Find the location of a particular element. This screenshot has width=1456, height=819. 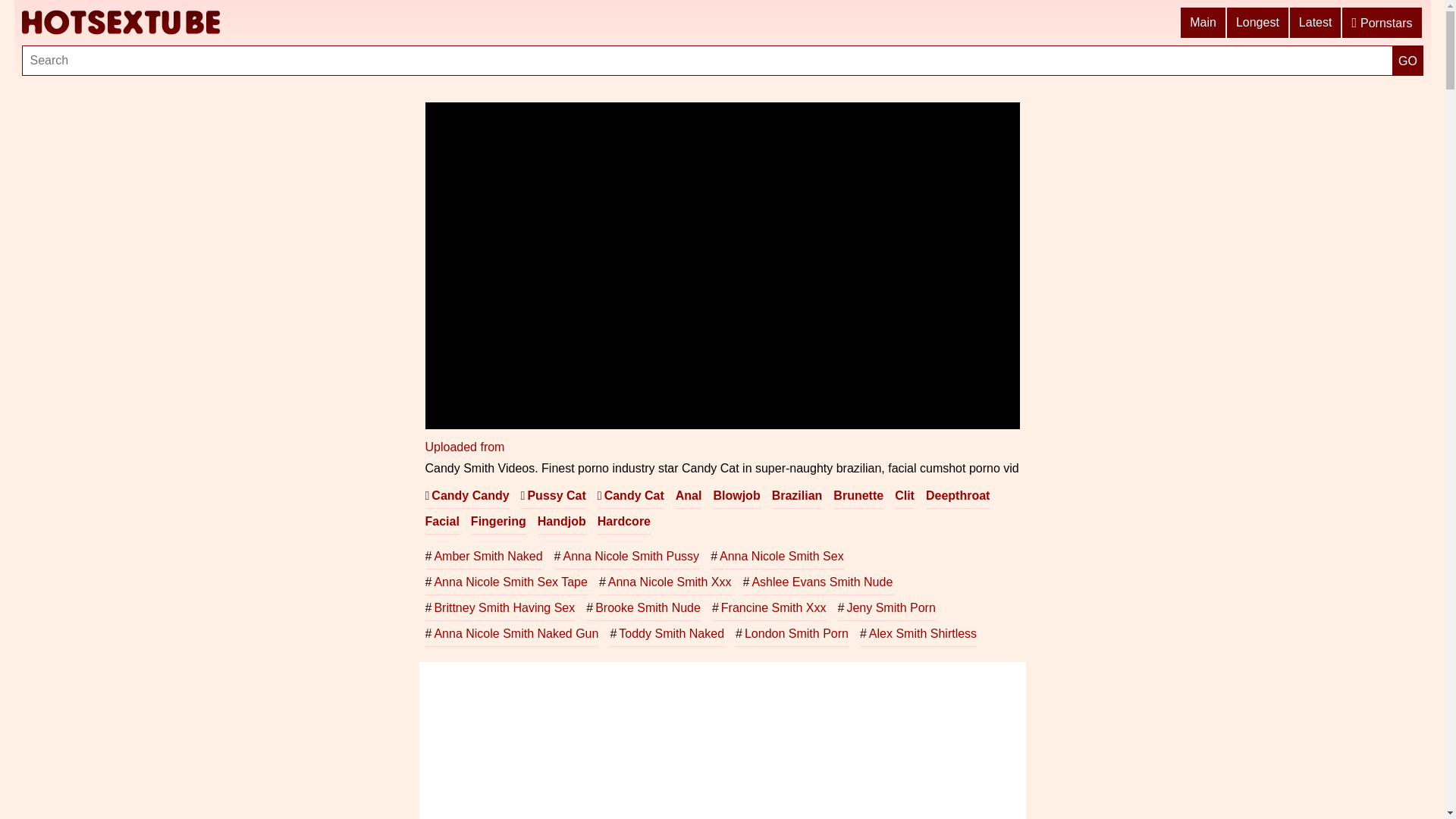

'Fingering' is located at coordinates (498, 520).